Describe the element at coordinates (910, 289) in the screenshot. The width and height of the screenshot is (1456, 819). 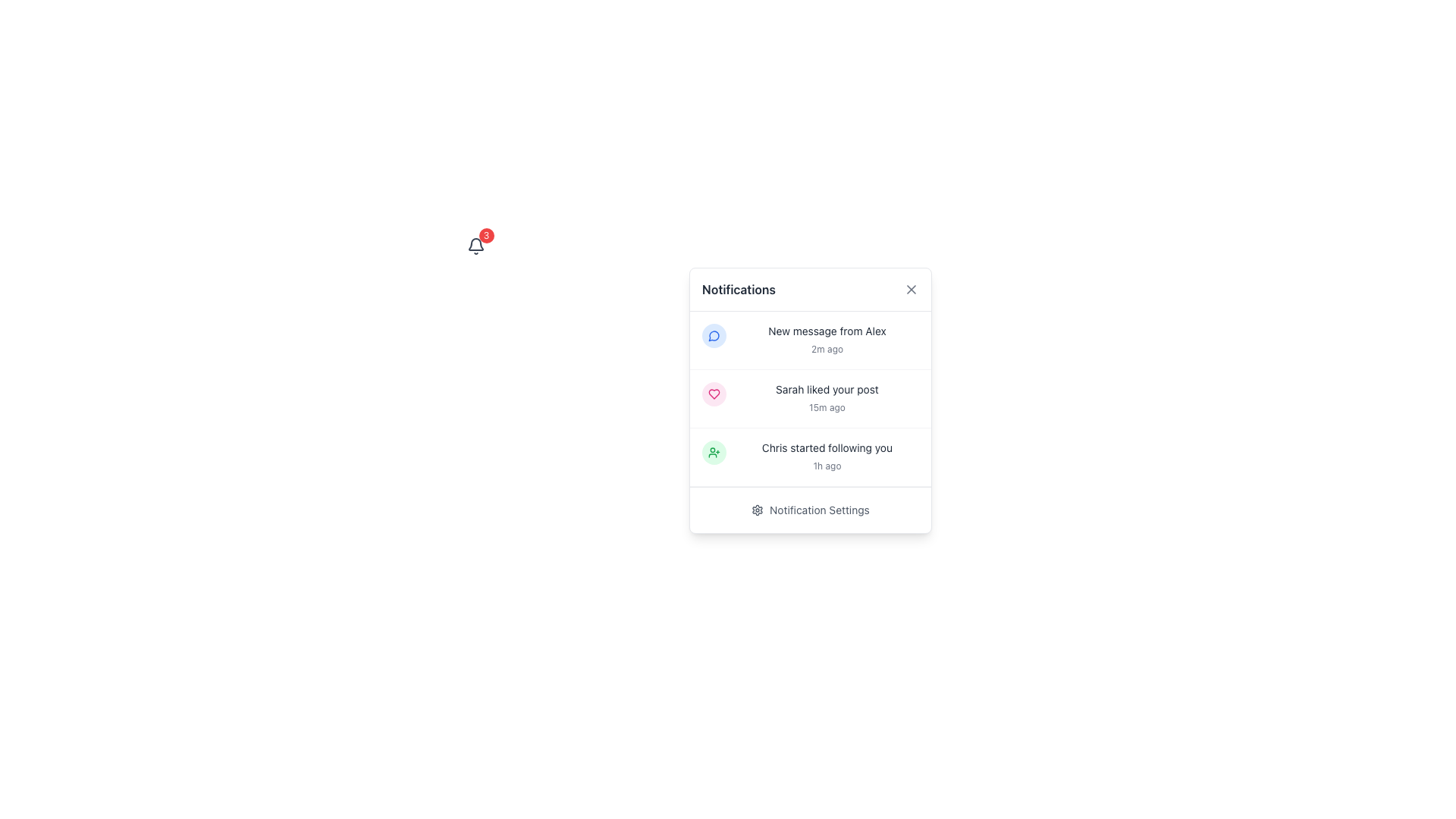
I see `the diagonal 'X' icon in the top-right corner of the notification card to trigger the tooltip or visual response` at that location.